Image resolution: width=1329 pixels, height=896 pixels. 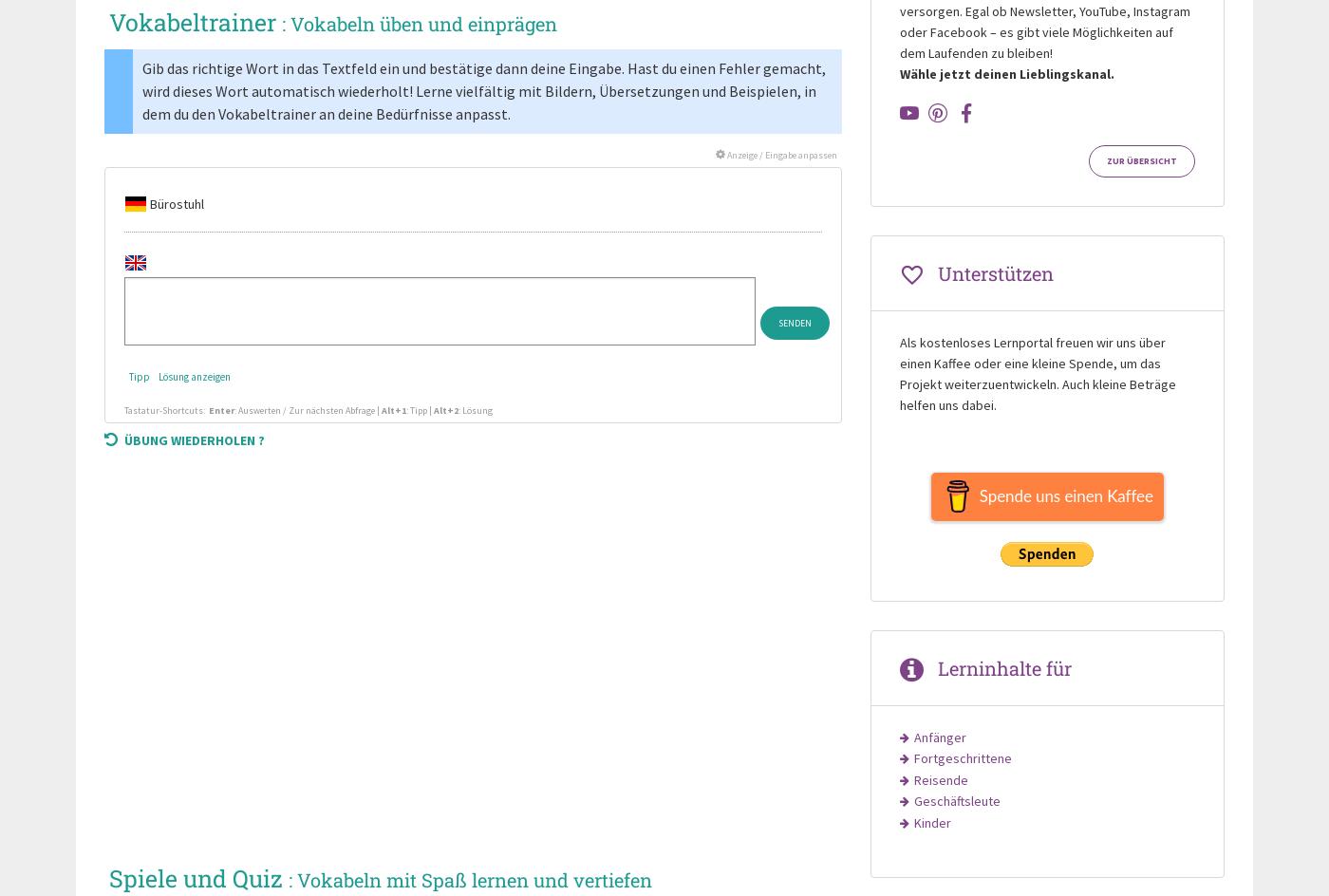 What do you see at coordinates (194, 439) in the screenshot?
I see `'Übung wiederholen ?'` at bounding box center [194, 439].